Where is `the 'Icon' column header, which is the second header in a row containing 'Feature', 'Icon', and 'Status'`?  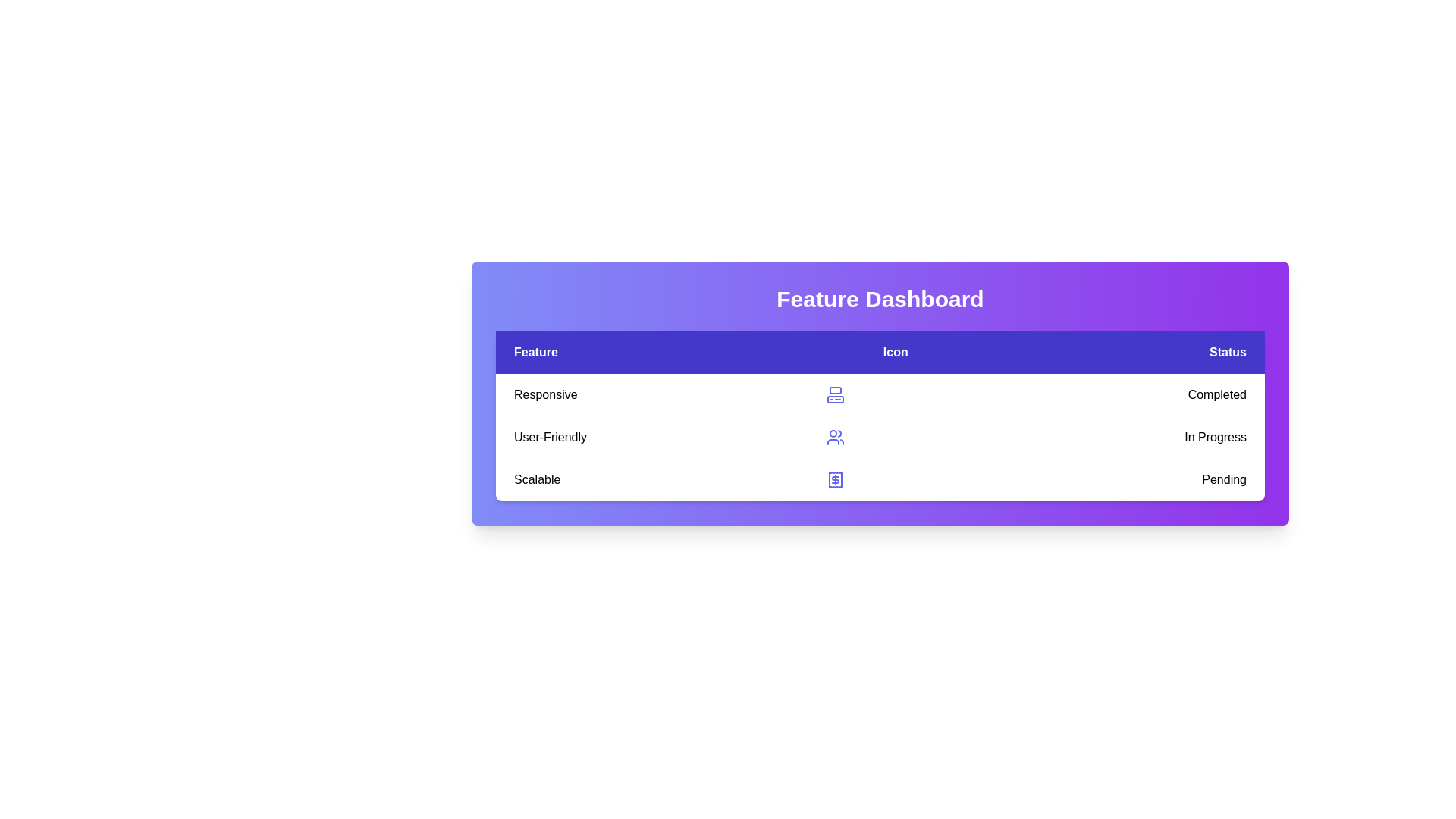 the 'Icon' column header, which is the second header in a row containing 'Feature', 'Icon', and 'Status' is located at coordinates (896, 353).